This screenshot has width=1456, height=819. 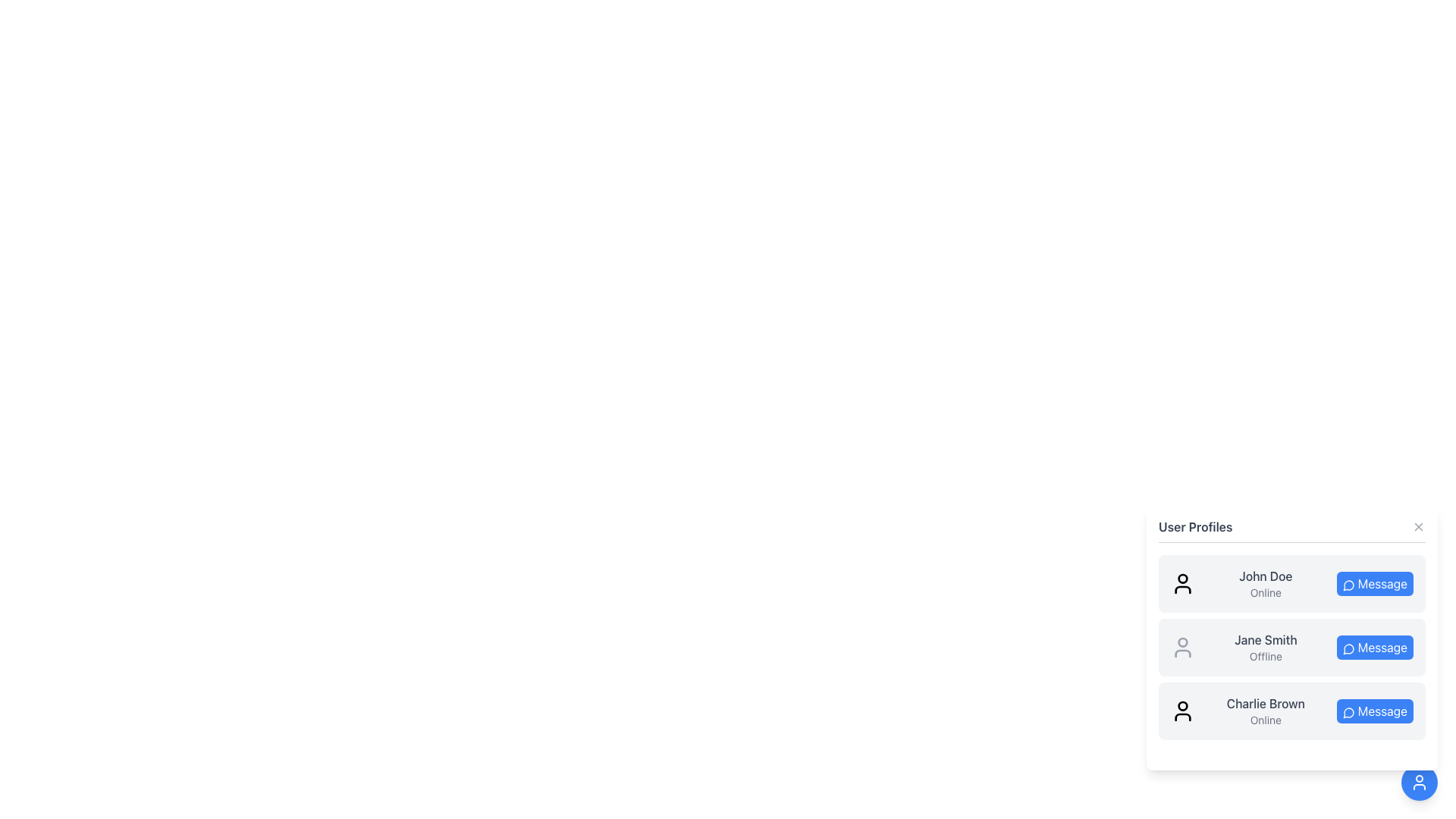 What do you see at coordinates (1375, 647) in the screenshot?
I see `the message button in the second profile card aligned with 'Jane Smith'` at bounding box center [1375, 647].